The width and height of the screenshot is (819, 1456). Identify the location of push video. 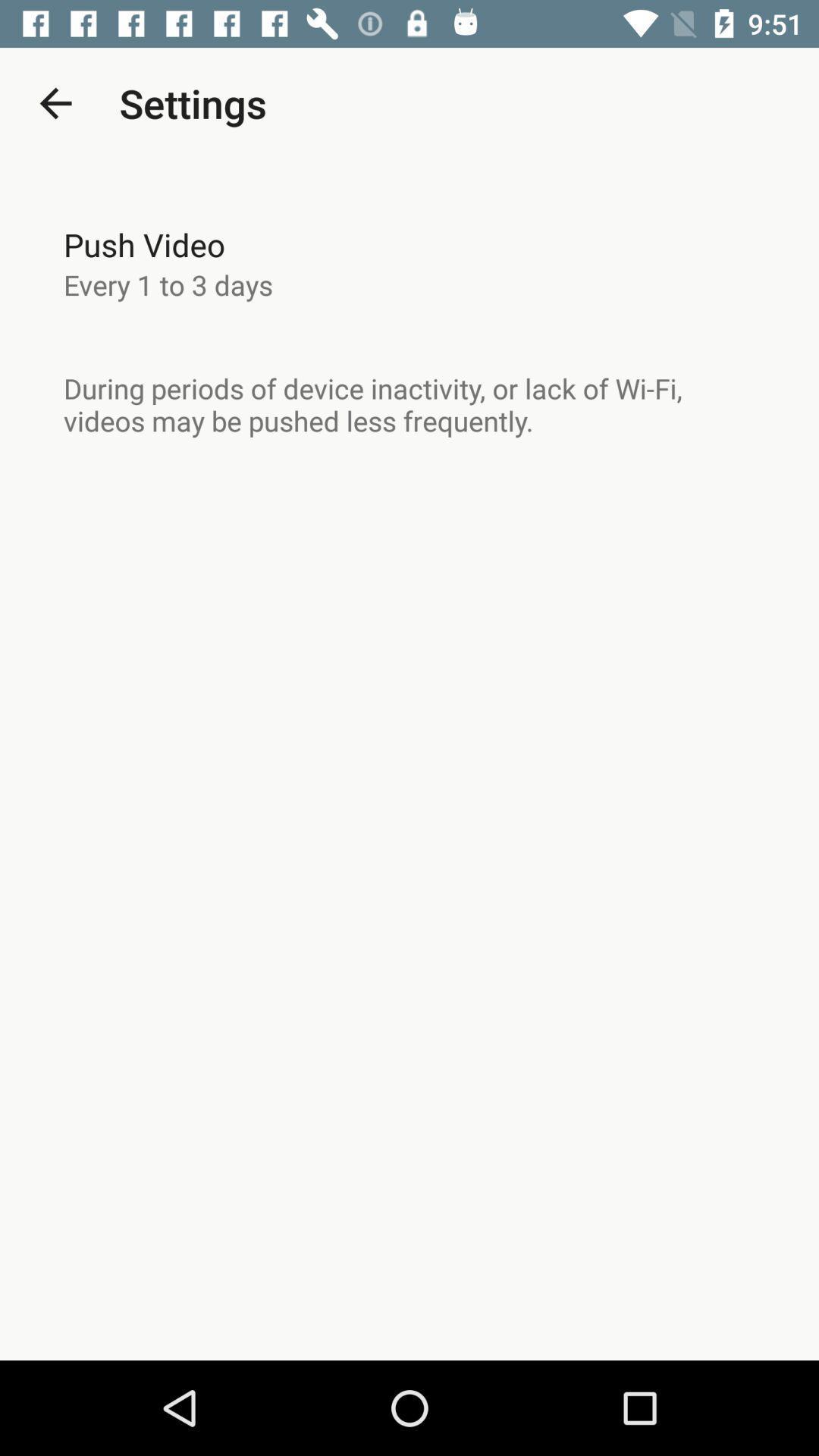
(144, 244).